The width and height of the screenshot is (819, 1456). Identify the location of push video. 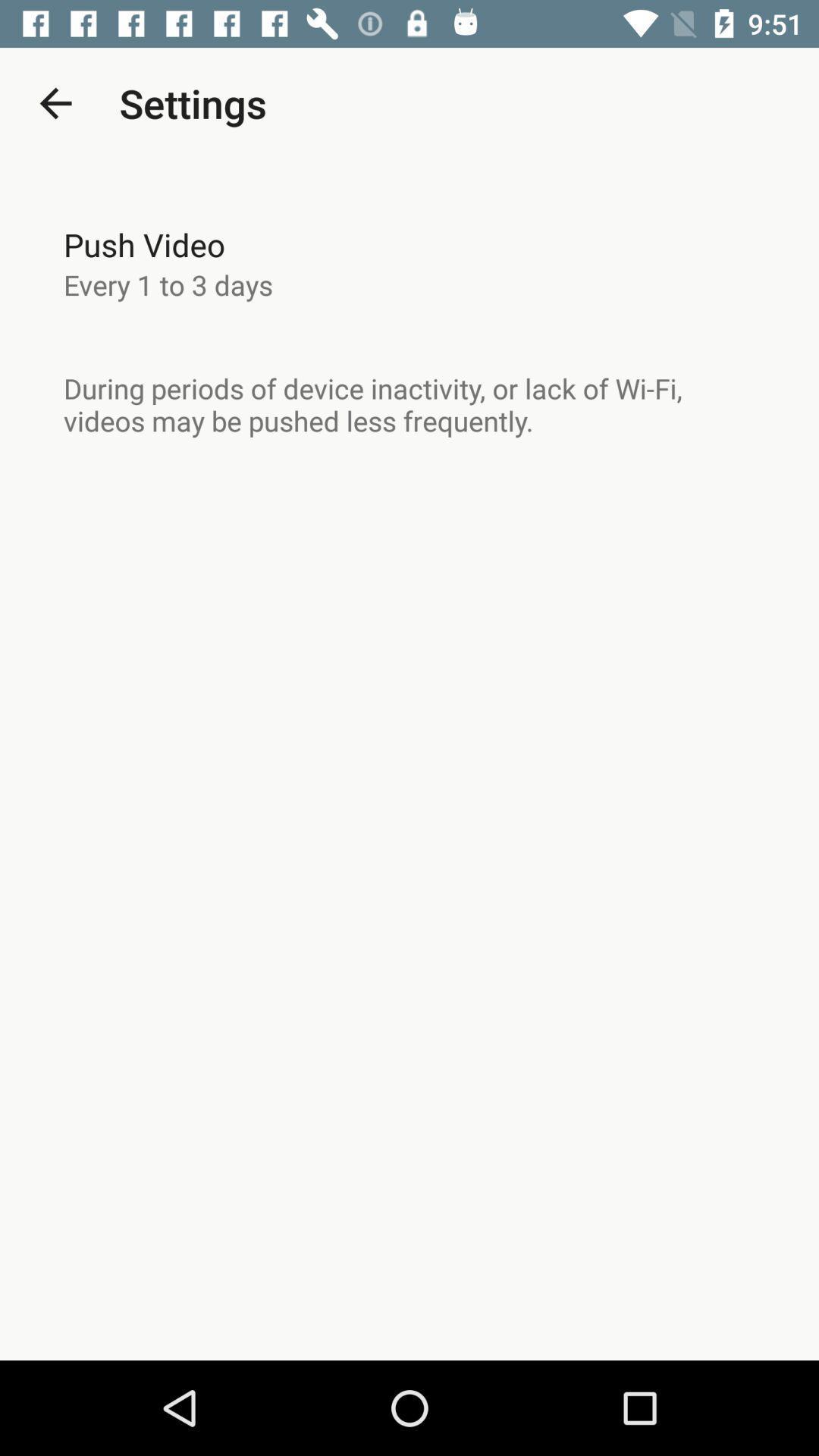
(144, 244).